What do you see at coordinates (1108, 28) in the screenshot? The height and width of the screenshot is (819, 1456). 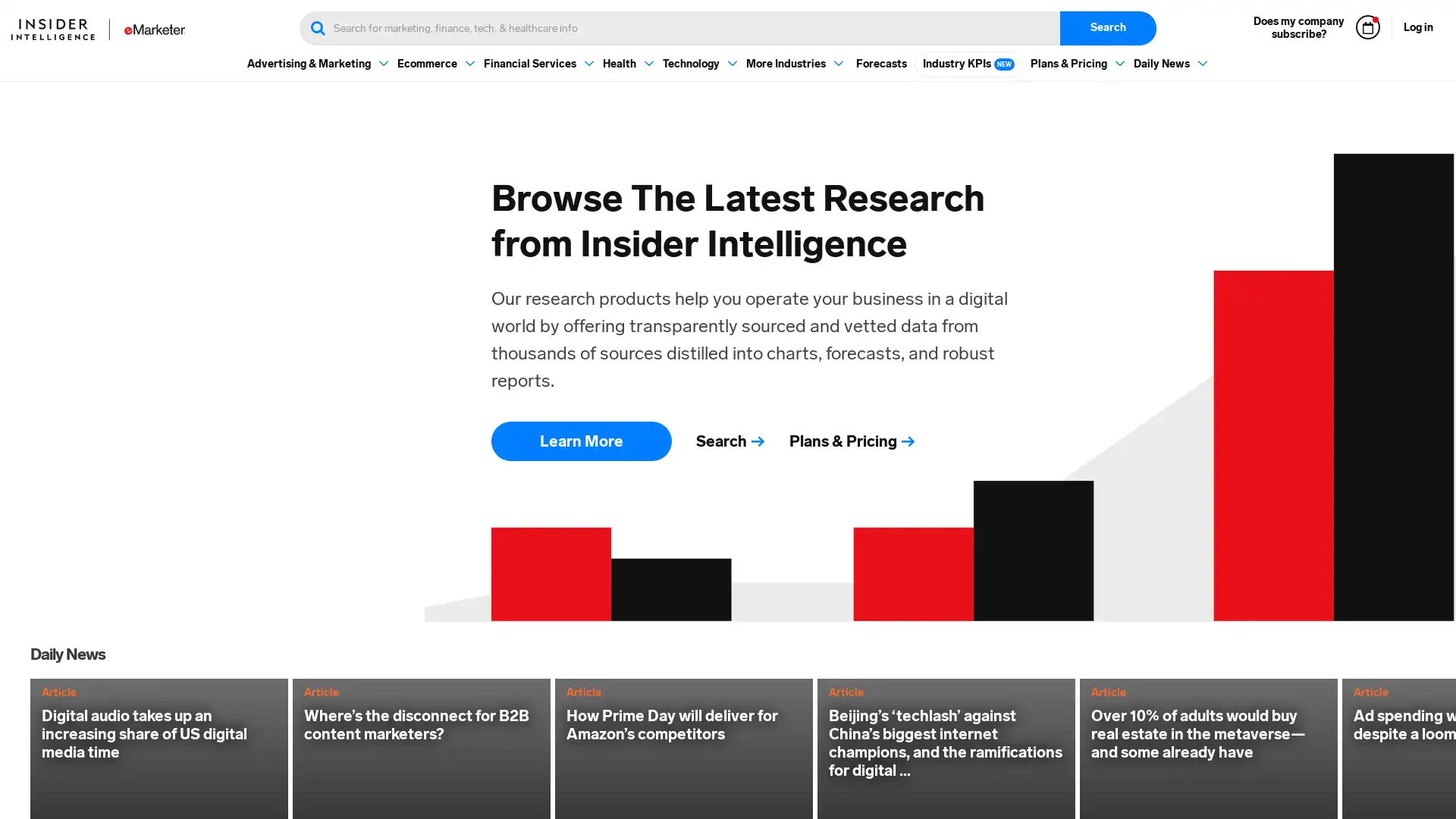 I see `Search` at bounding box center [1108, 28].